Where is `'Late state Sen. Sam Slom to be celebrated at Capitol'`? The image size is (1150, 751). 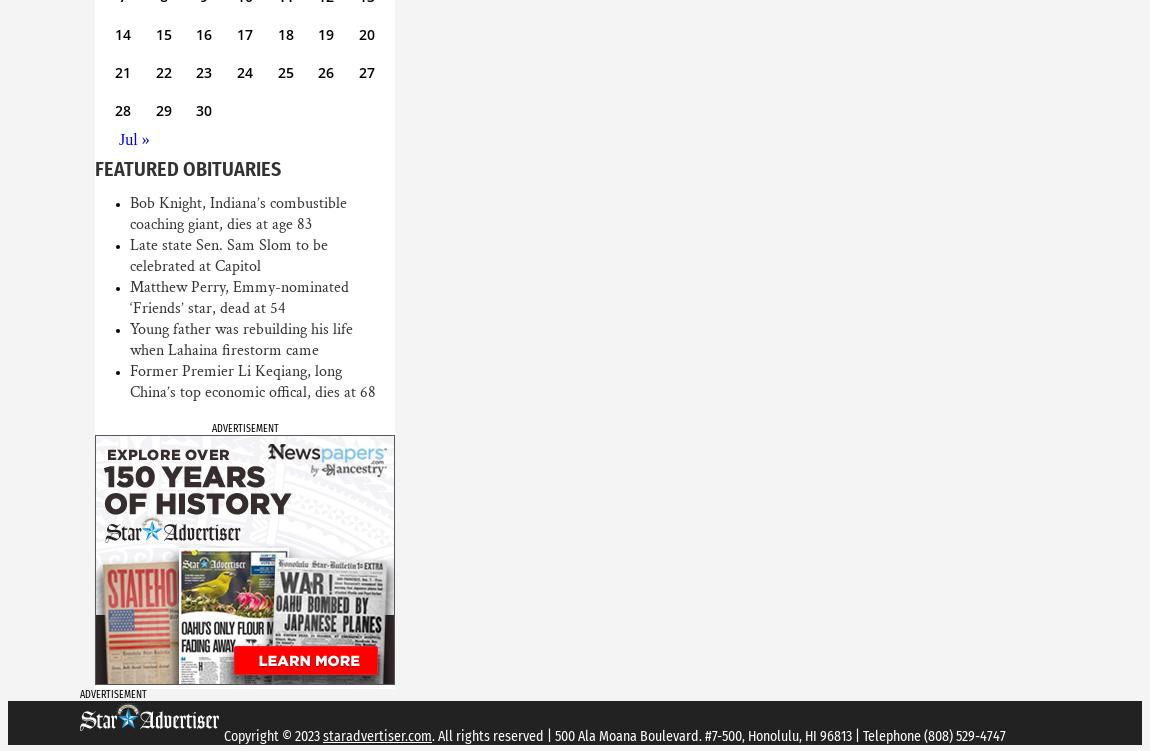
'Late state Sen. Sam Slom to be celebrated at Capitol' is located at coordinates (128, 255).